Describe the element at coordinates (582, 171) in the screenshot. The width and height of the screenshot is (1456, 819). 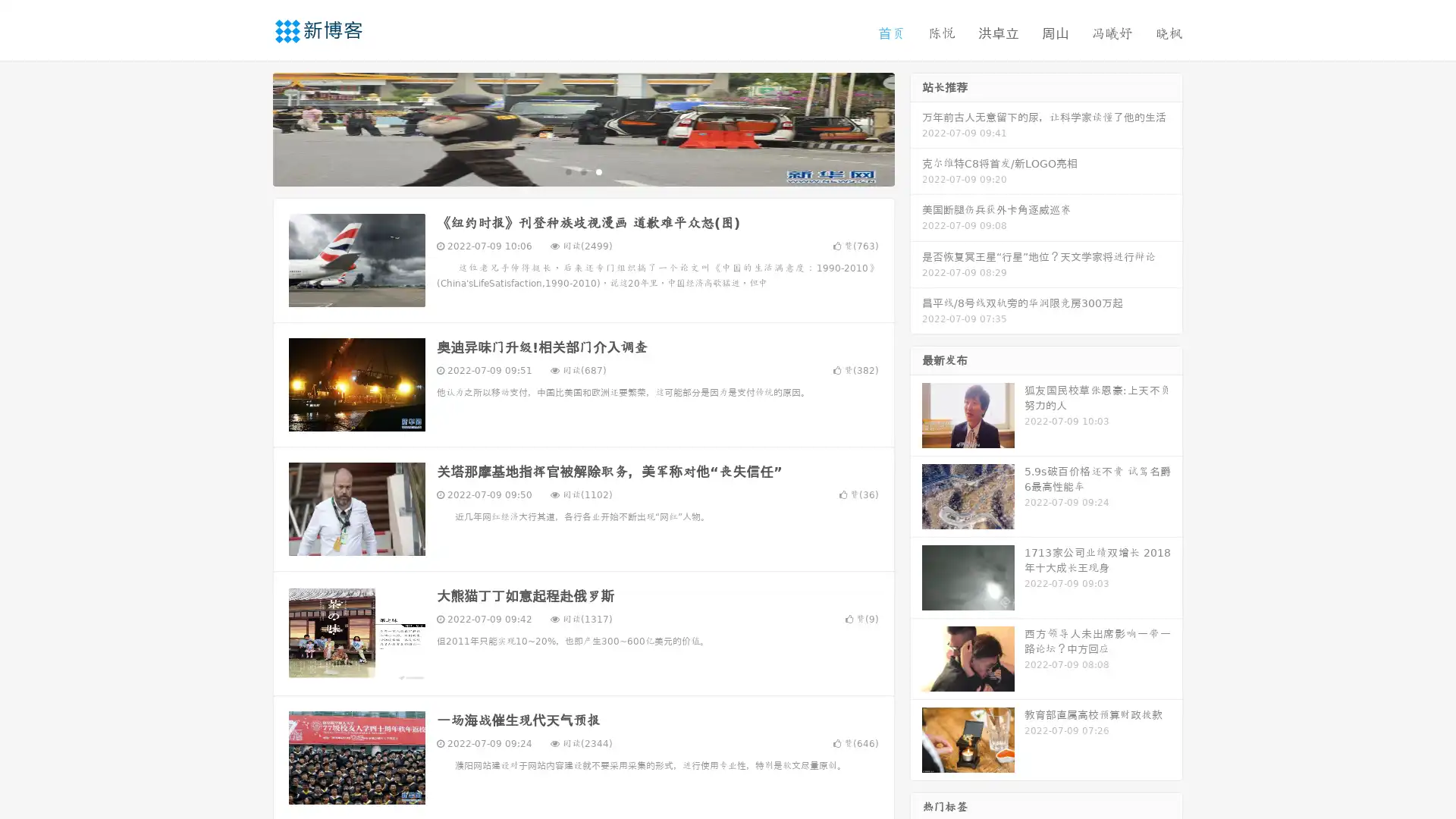
I see `Go to slide 2` at that location.